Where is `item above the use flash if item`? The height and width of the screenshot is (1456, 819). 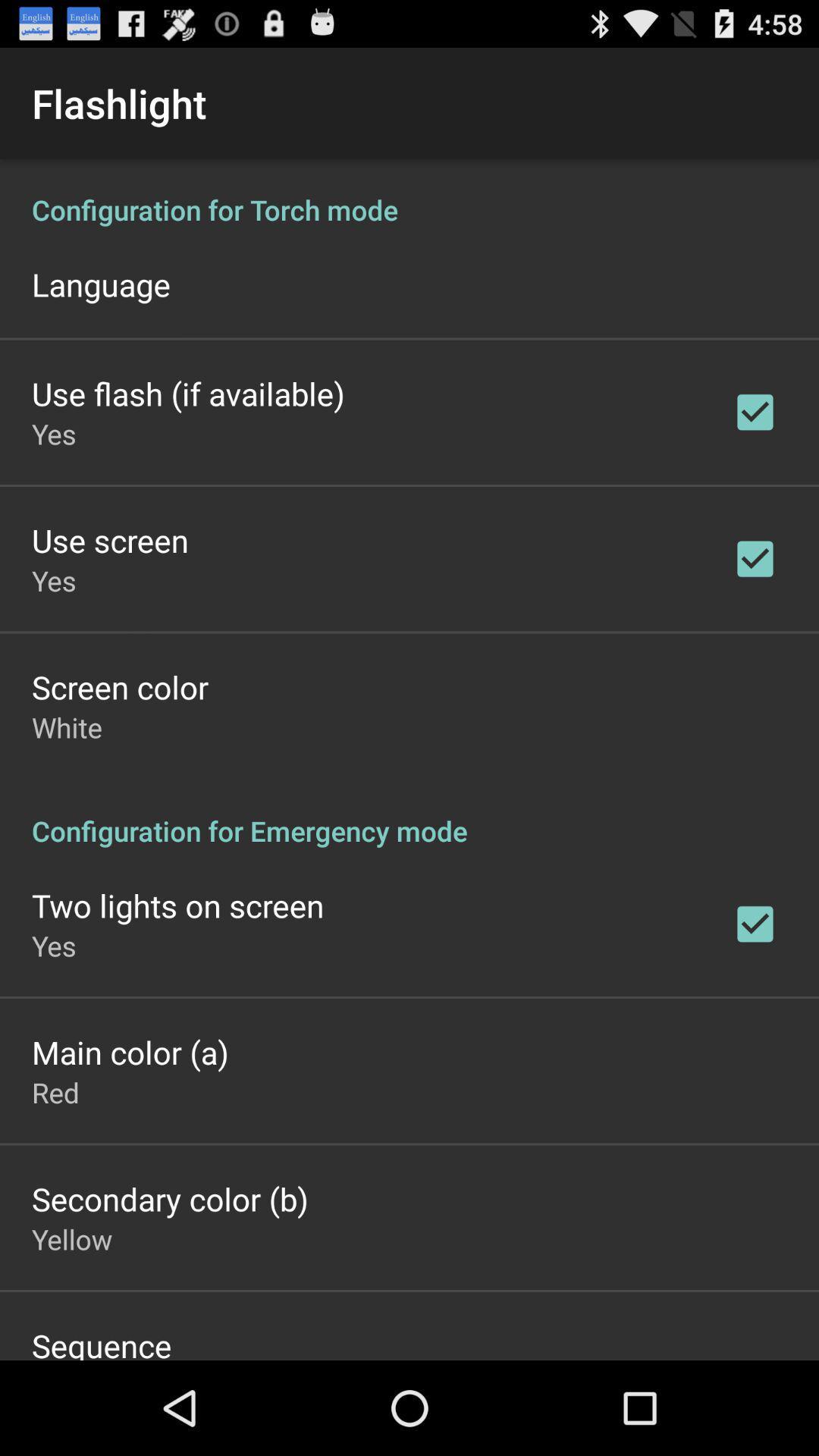
item above the use flash if item is located at coordinates (101, 284).